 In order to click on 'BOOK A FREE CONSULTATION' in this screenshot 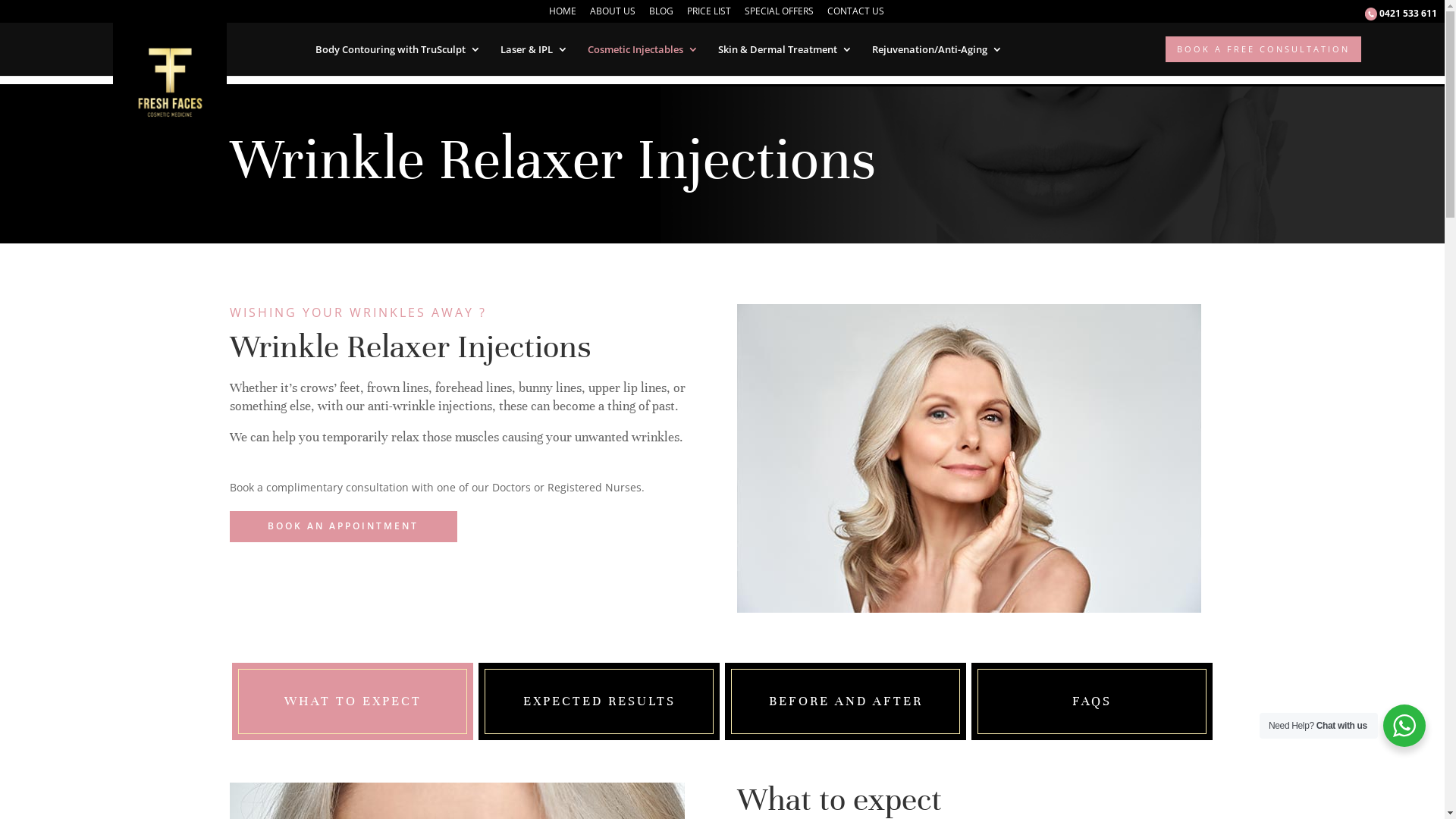, I will do `click(1263, 49)`.